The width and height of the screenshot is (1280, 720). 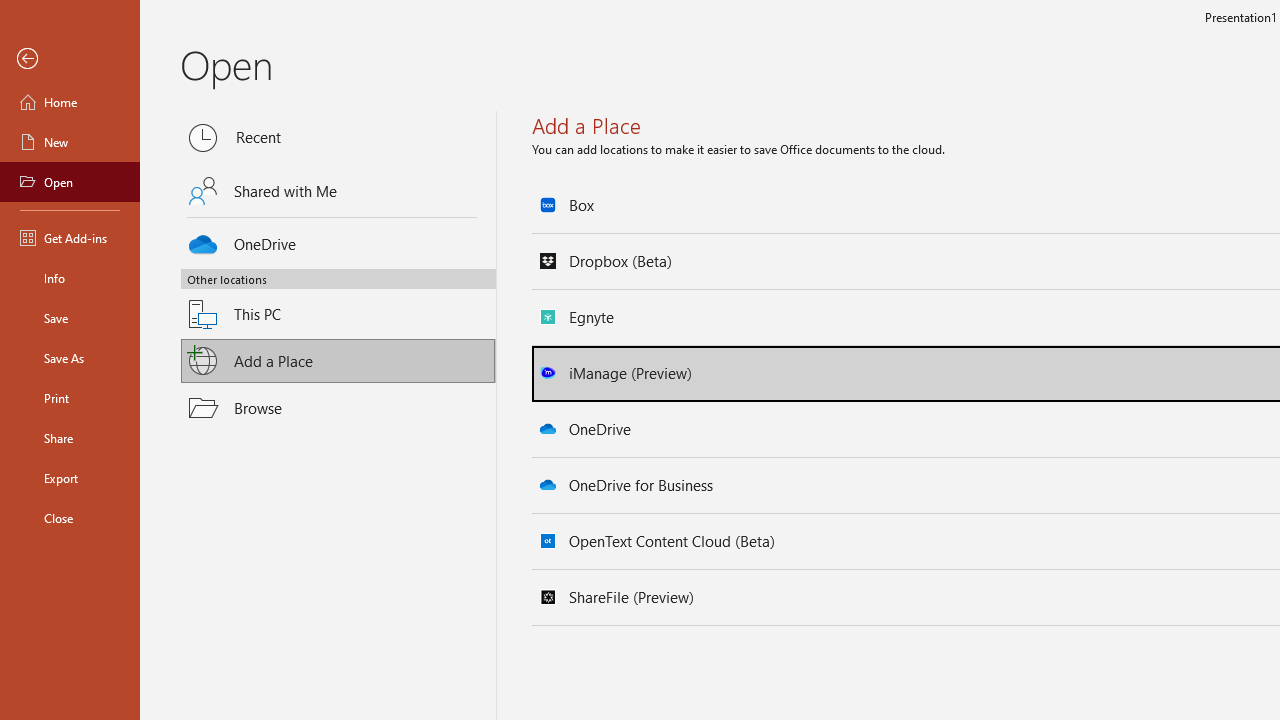 I want to click on 'Browse', so click(x=338, y=406).